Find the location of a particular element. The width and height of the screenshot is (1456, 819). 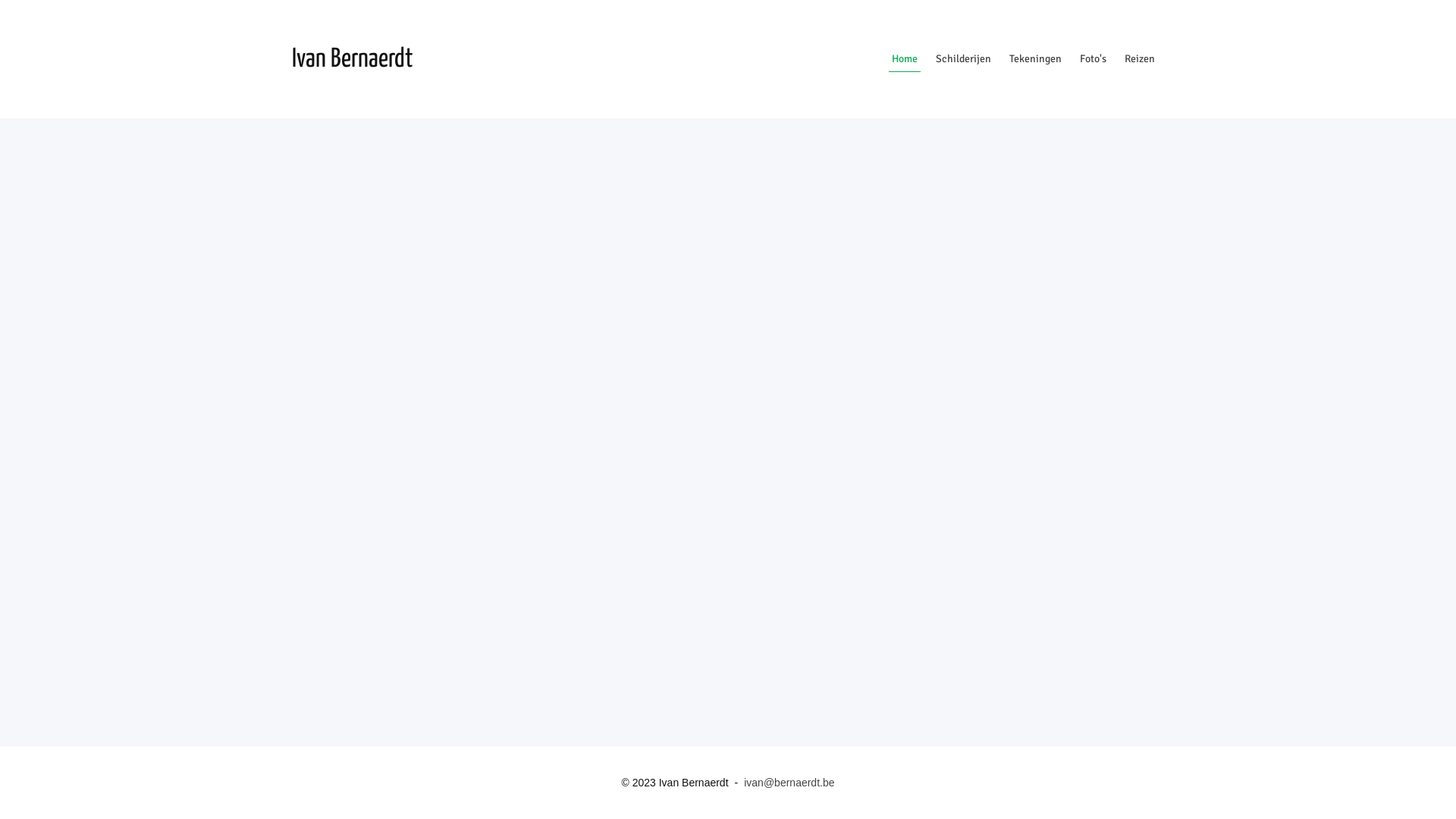

'Home' is located at coordinates (905, 58).